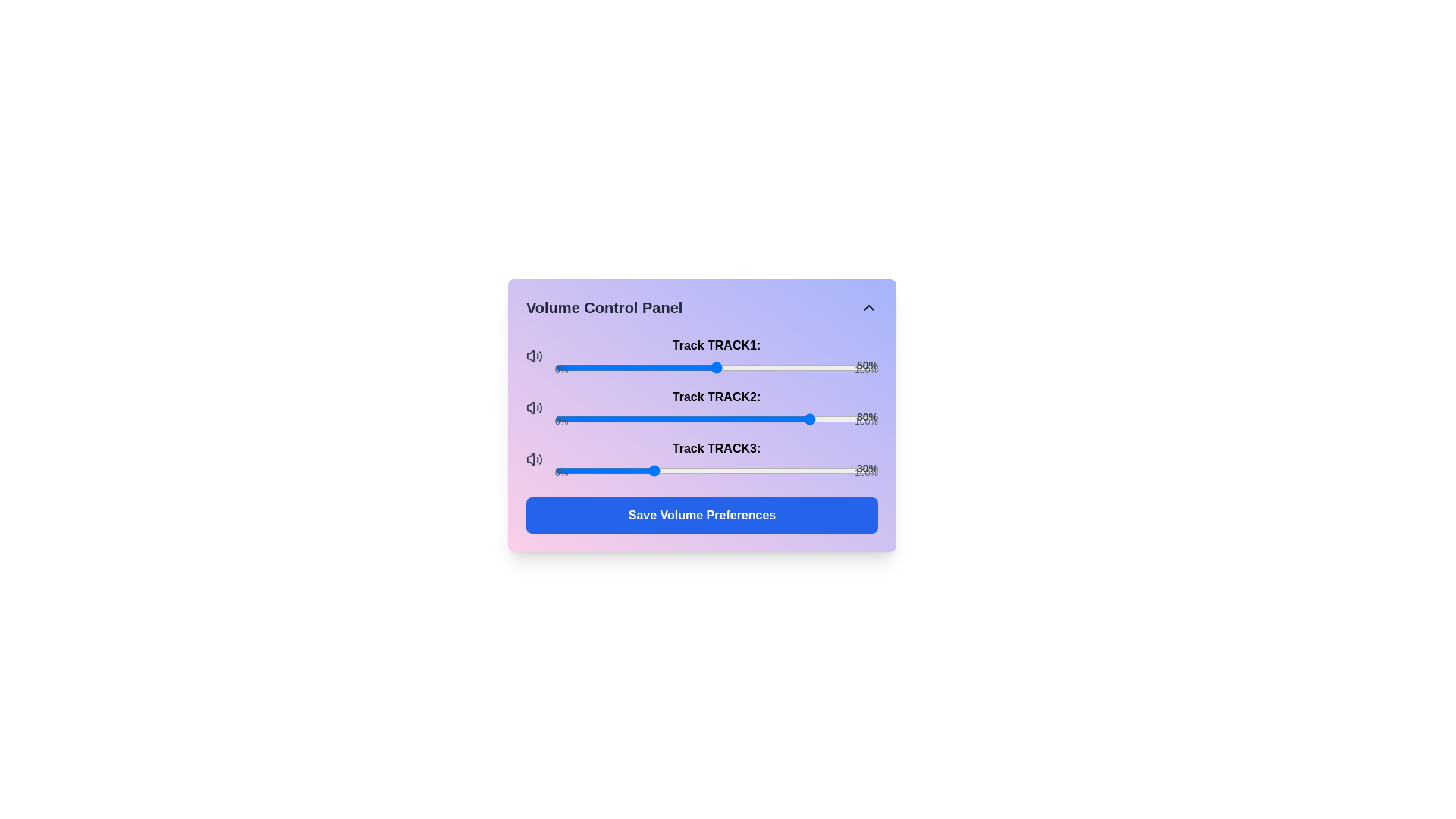  I want to click on the slider value, so click(855, 470).